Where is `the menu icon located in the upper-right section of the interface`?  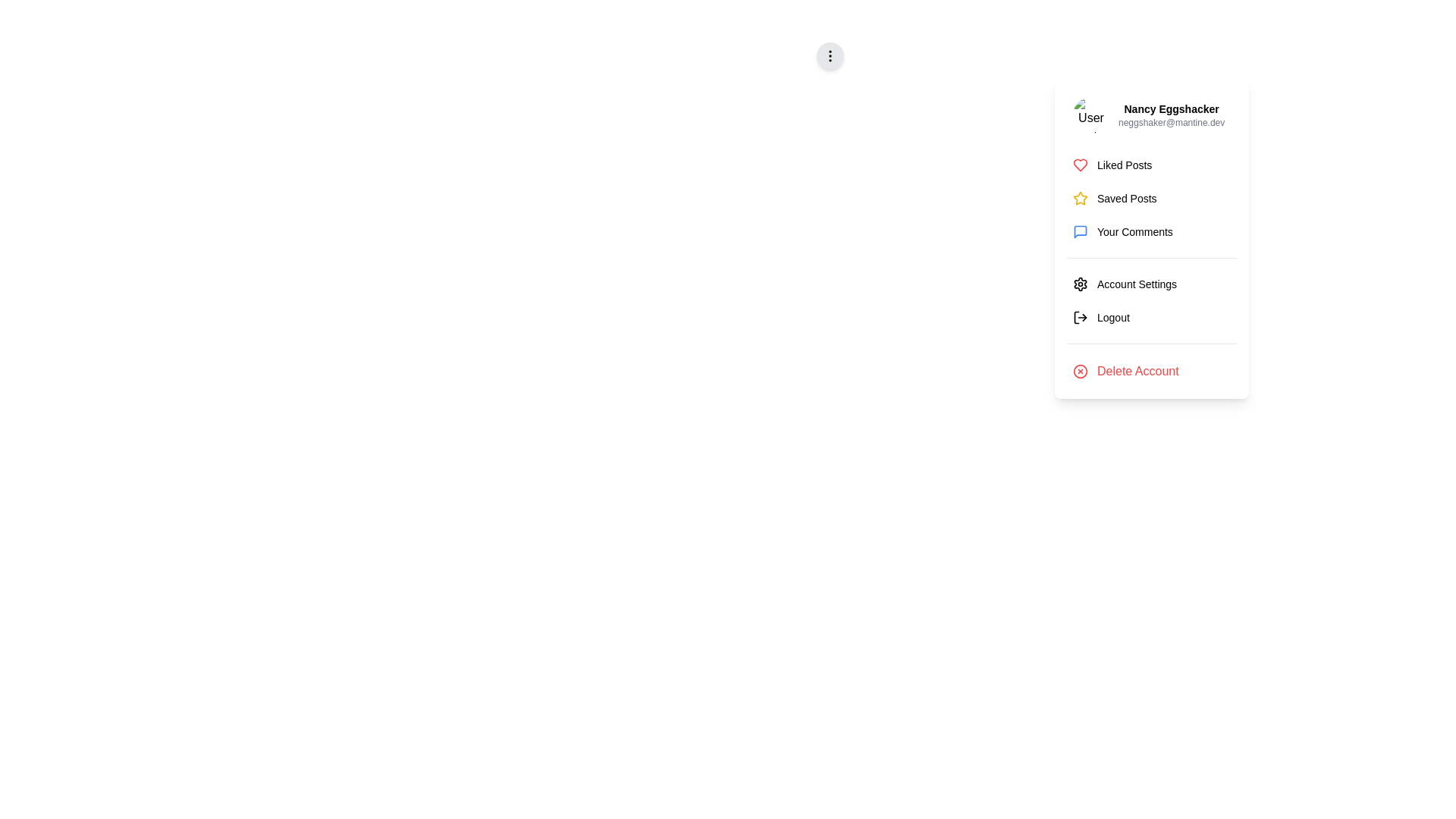 the menu icon located in the upper-right section of the interface is located at coordinates (829, 55).